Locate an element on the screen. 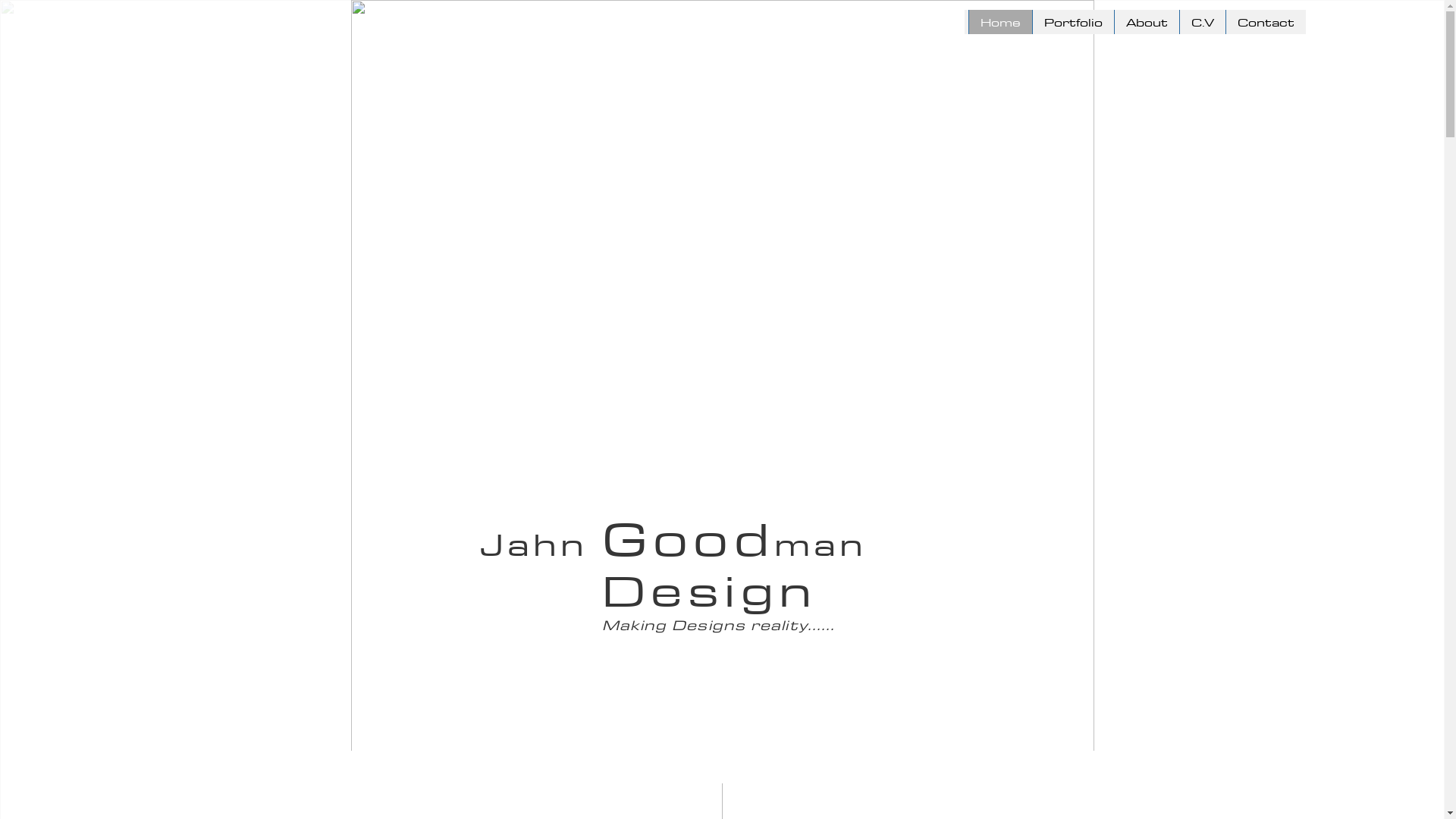 This screenshot has width=1456, height=819. 'About' is located at coordinates (1113, 22).